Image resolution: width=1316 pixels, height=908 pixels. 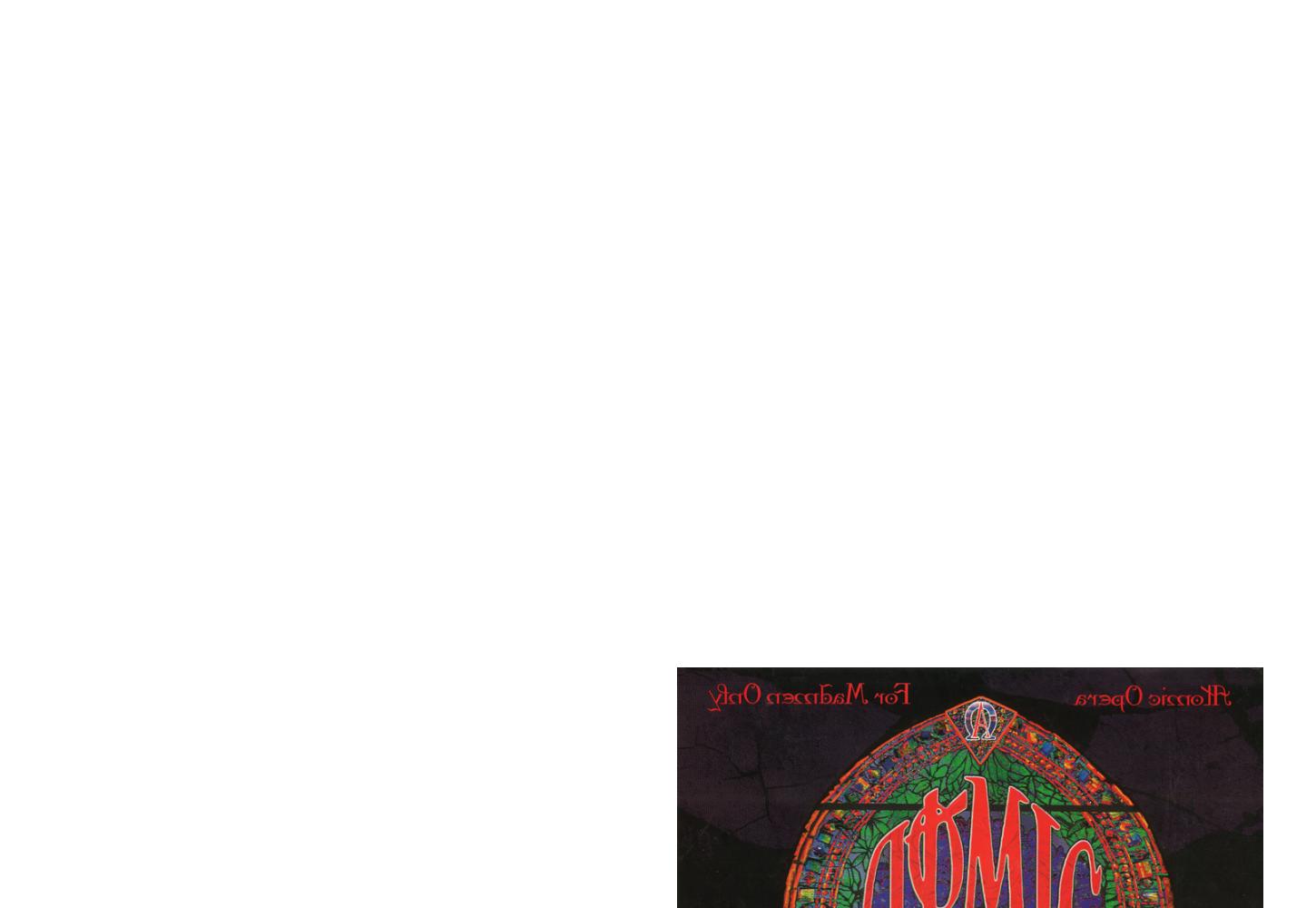 I want to click on 'If you’ve heard', so click(x=128, y=803).